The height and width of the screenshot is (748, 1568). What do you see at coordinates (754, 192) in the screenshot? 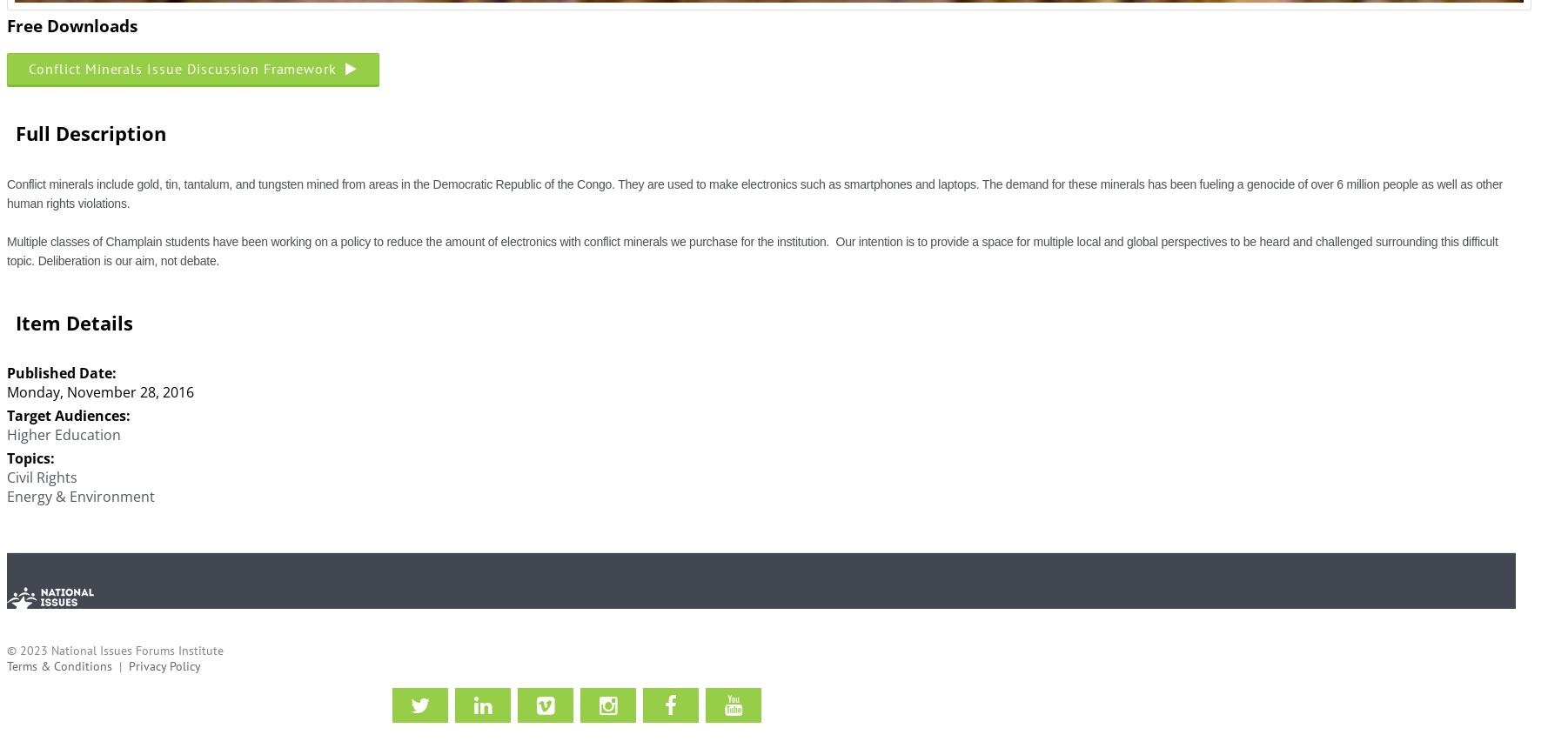
I see `'Conflict minerals include gold, tin, tantalum, and tungsten mined from areas in the Democratic Republic of the Congo. They are used to make electronics such as smartphones and laptops. The demand for these minerals has been fueling a genocide of over 6 million people as well as other human rights violations.'` at bounding box center [754, 192].